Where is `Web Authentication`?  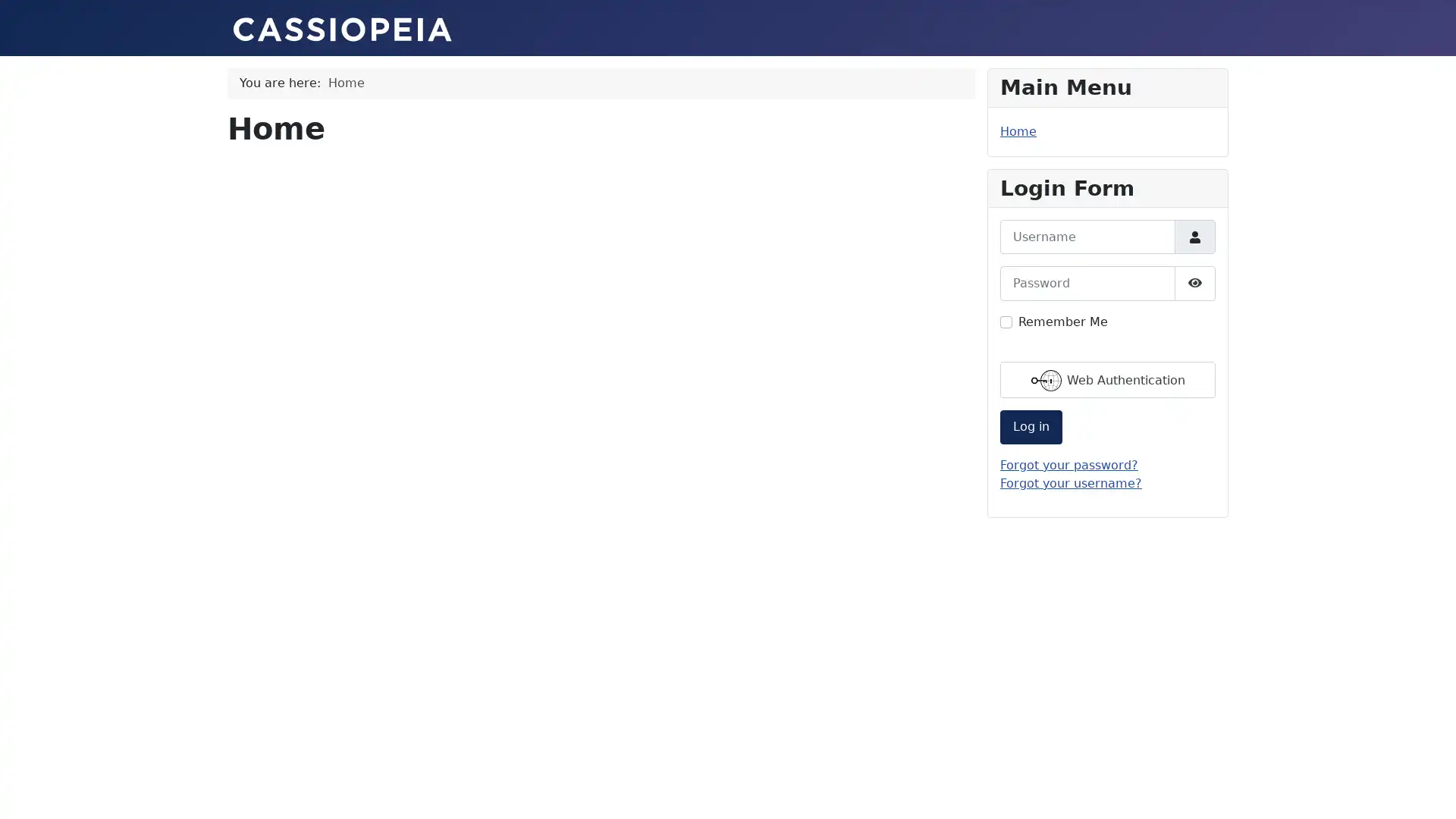
Web Authentication is located at coordinates (1107, 378).